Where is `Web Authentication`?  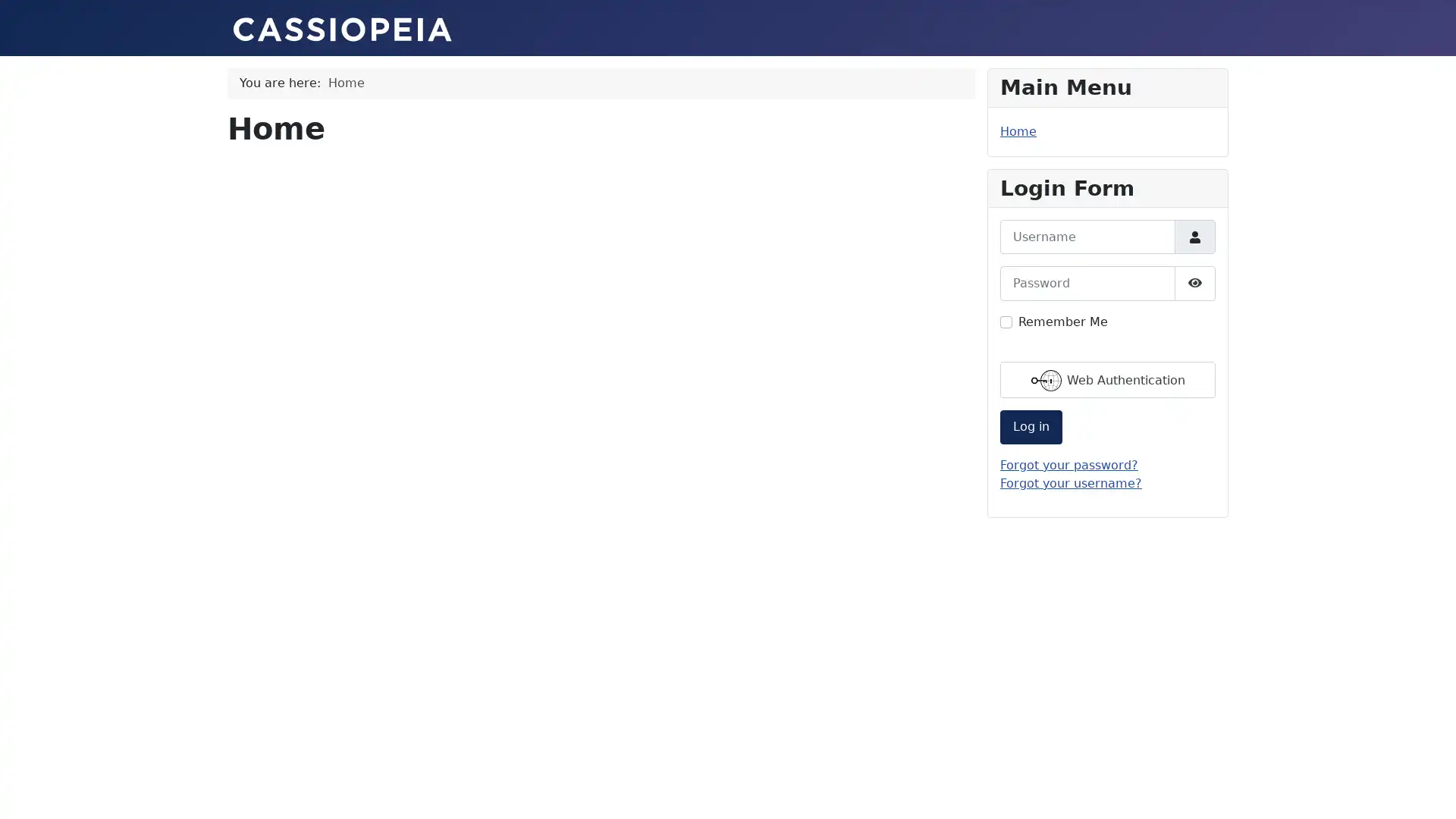
Web Authentication is located at coordinates (1107, 378).